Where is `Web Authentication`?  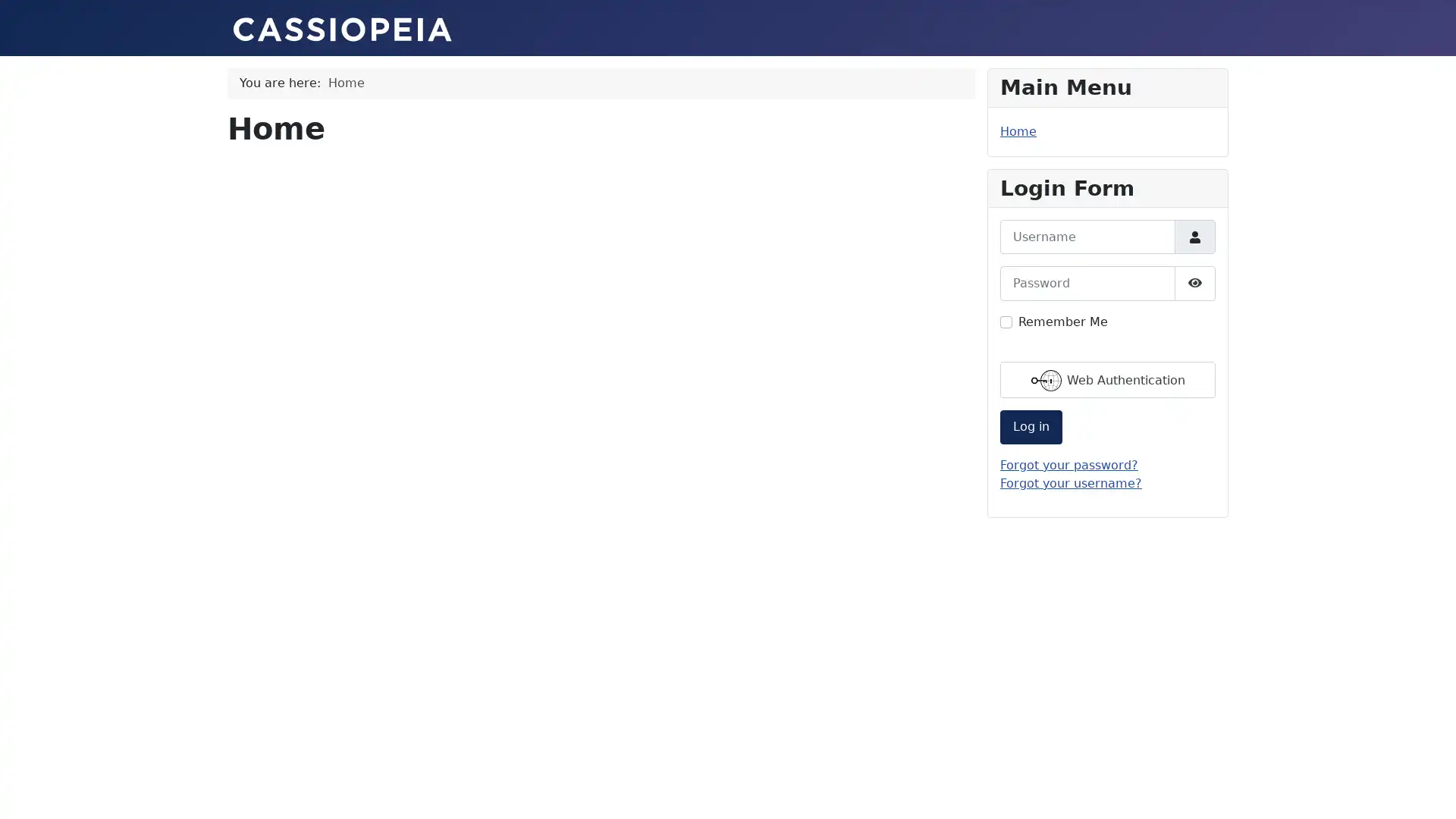
Web Authentication is located at coordinates (1107, 378).